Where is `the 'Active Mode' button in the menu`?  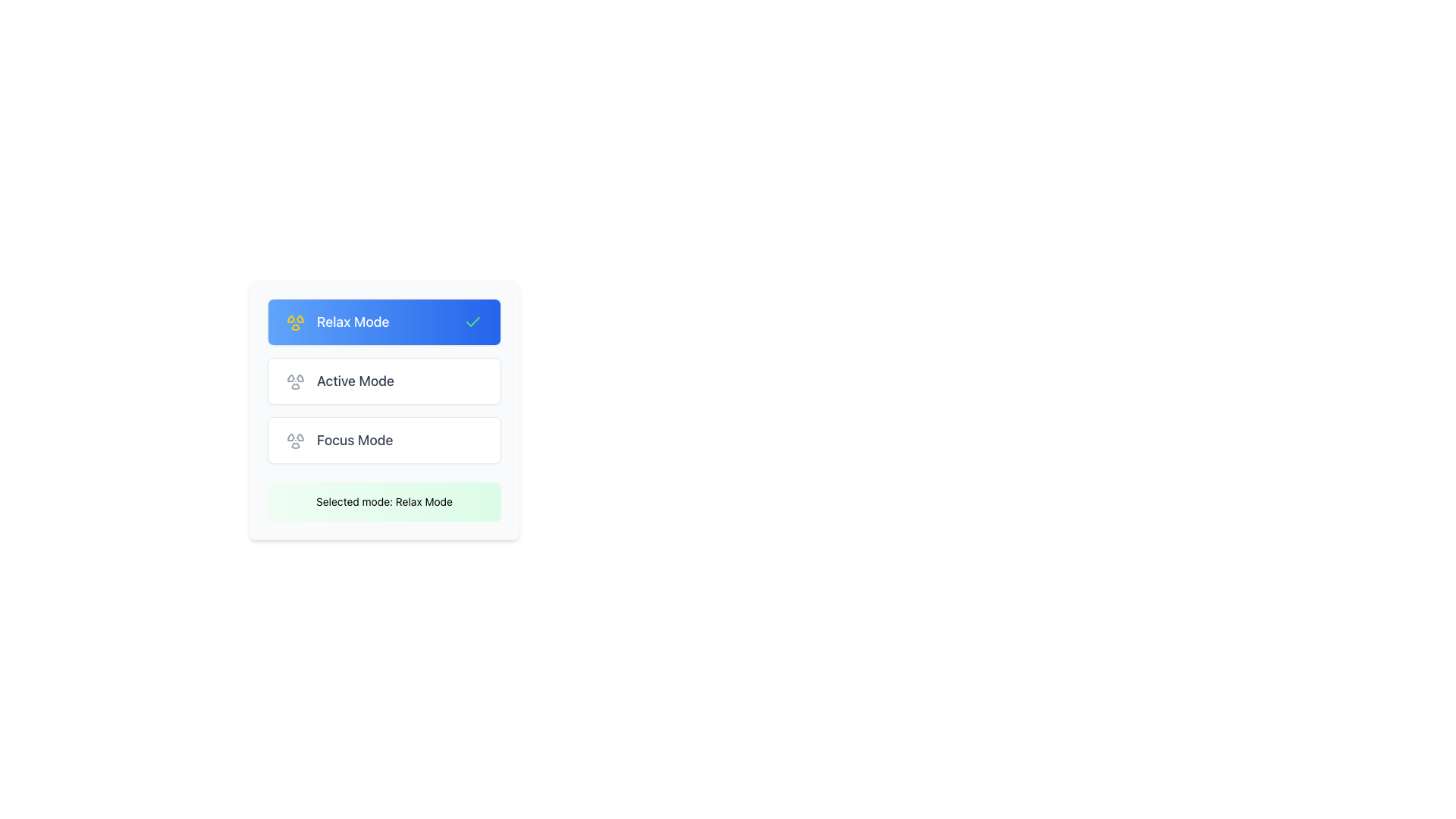 the 'Active Mode' button in the menu is located at coordinates (384, 409).